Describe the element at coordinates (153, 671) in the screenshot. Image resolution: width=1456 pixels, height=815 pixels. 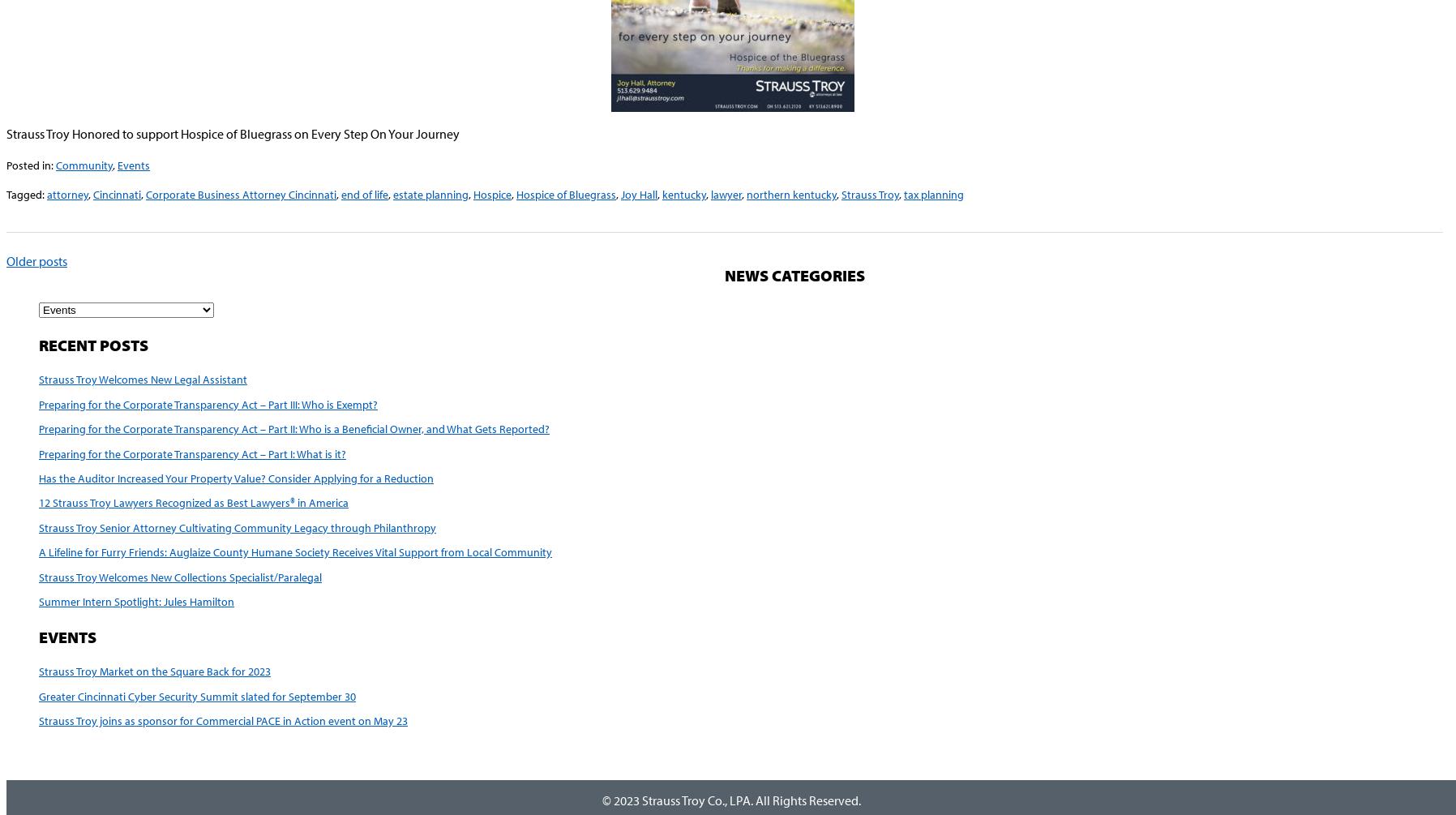
I see `'Strauss Troy Market on the Square Back for 2023'` at that location.